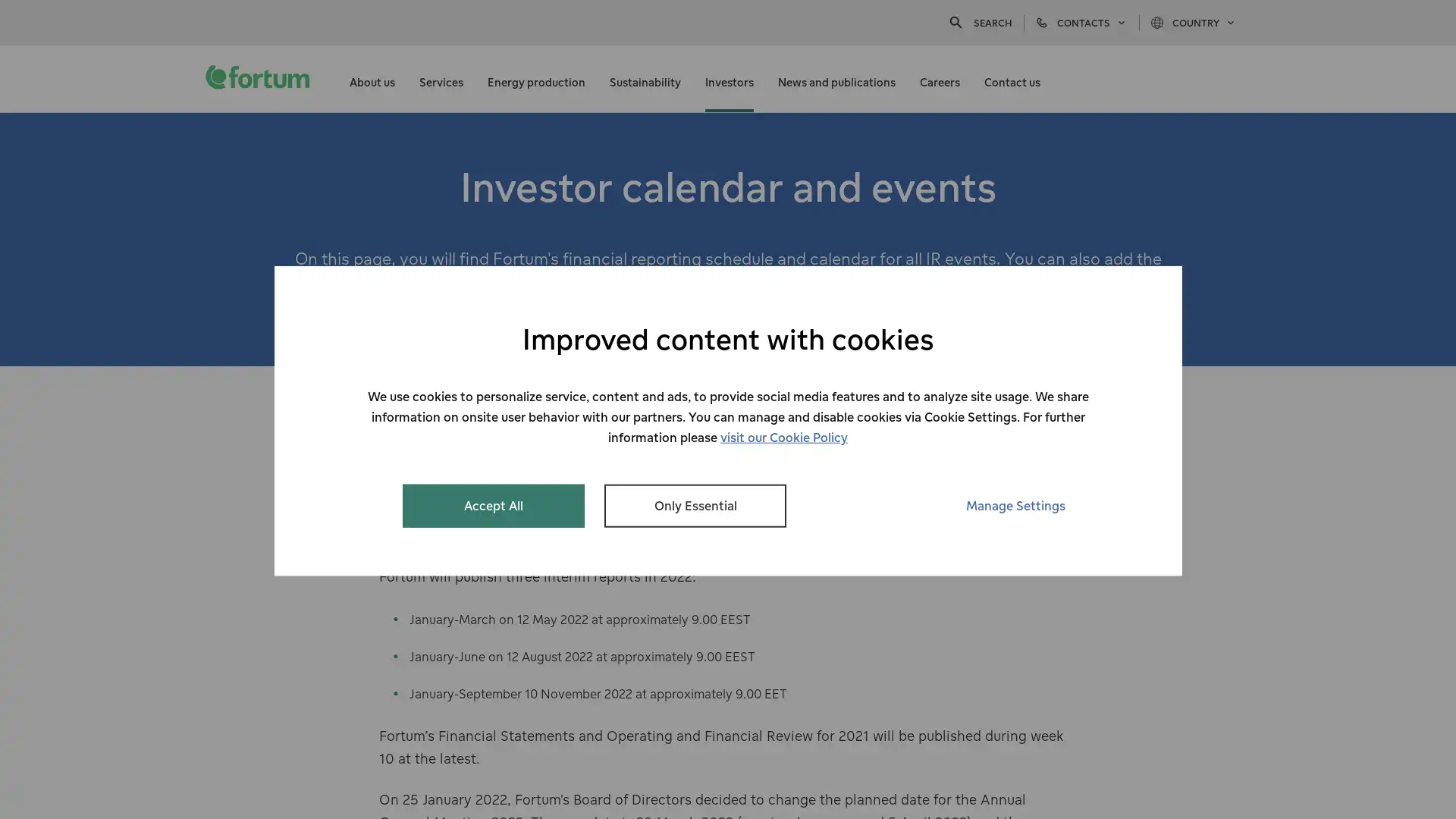 This screenshot has height=819, width=1456. Describe the element at coordinates (729, 79) in the screenshot. I see `Investors` at that location.